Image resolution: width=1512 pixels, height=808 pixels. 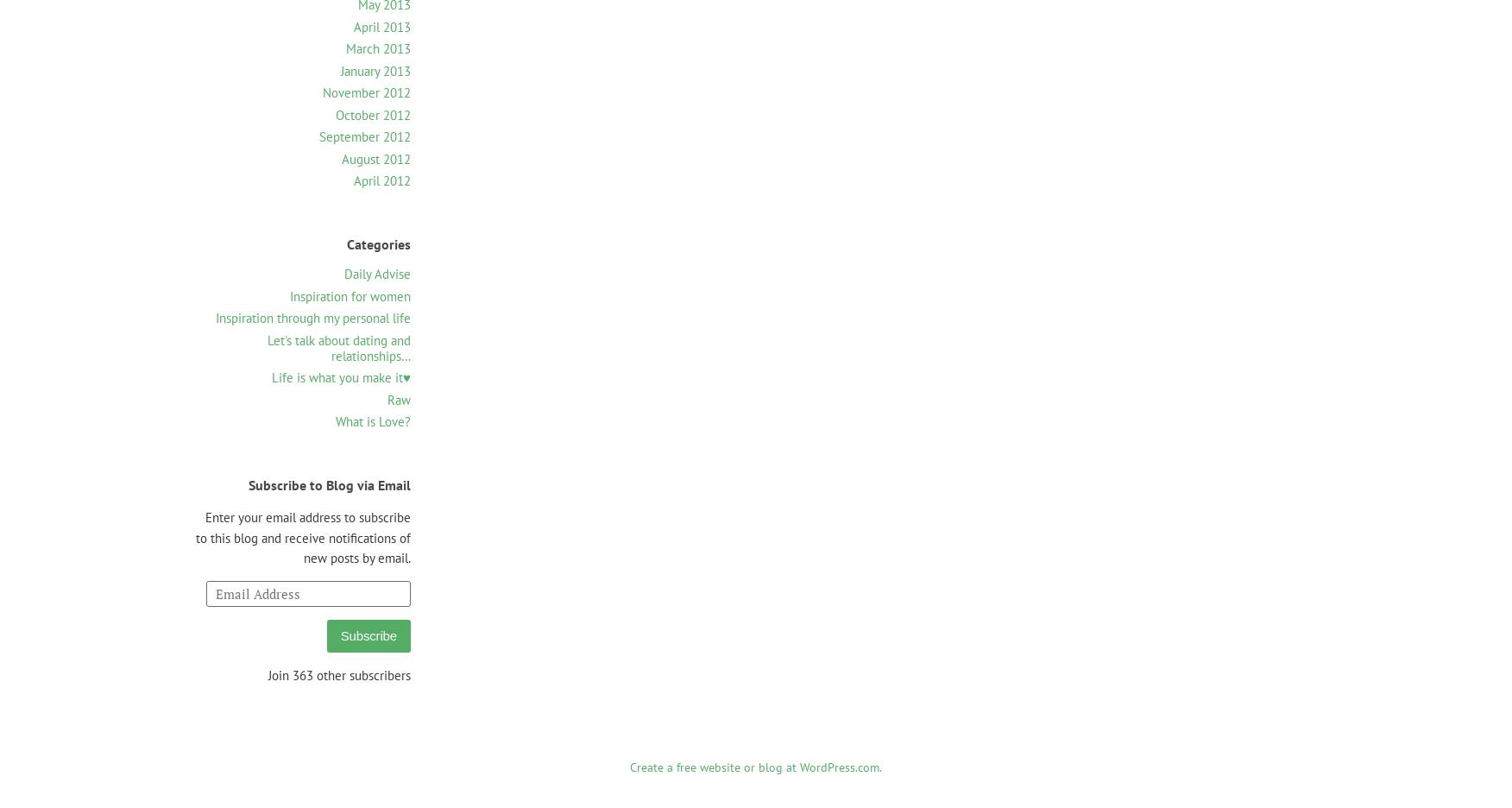 What do you see at coordinates (376, 273) in the screenshot?
I see `'Daily Advise'` at bounding box center [376, 273].